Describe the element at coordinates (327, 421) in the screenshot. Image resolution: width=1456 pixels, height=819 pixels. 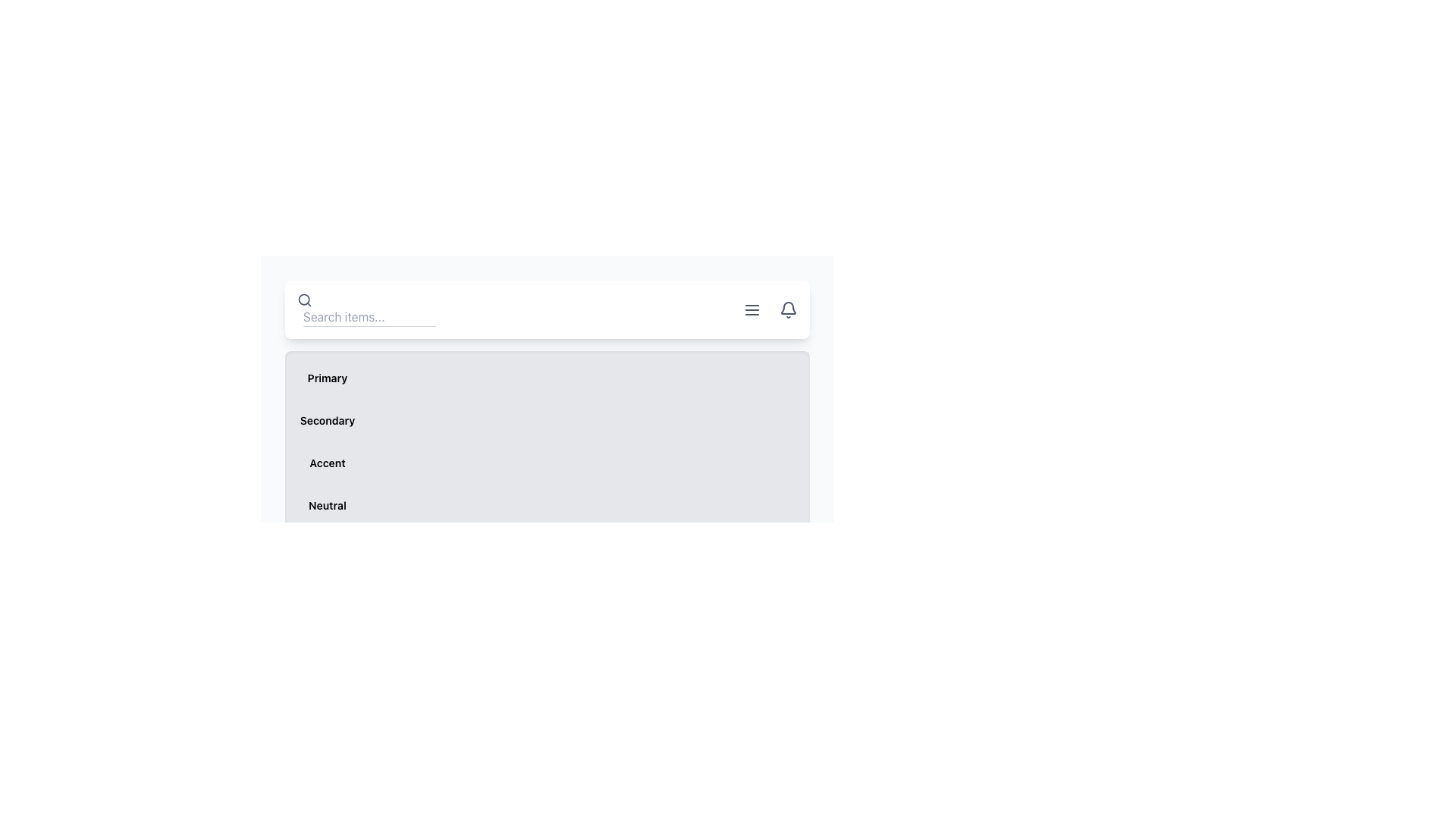
I see `the text label displaying 'Secondary', which is the first element in a horizontal group and has a bold font style` at that location.